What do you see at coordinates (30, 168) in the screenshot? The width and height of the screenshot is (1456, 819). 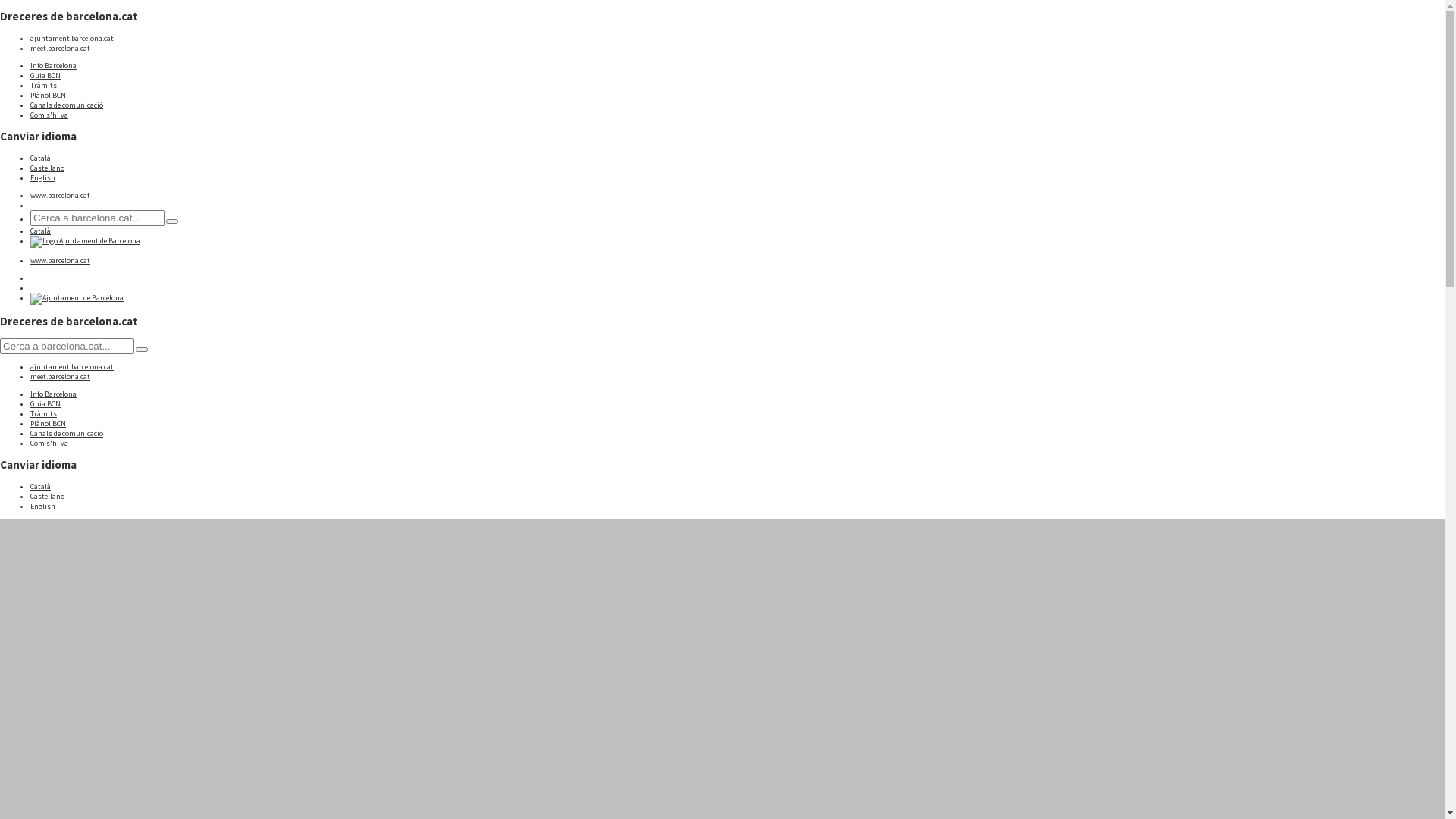 I see `'Castellano'` at bounding box center [30, 168].